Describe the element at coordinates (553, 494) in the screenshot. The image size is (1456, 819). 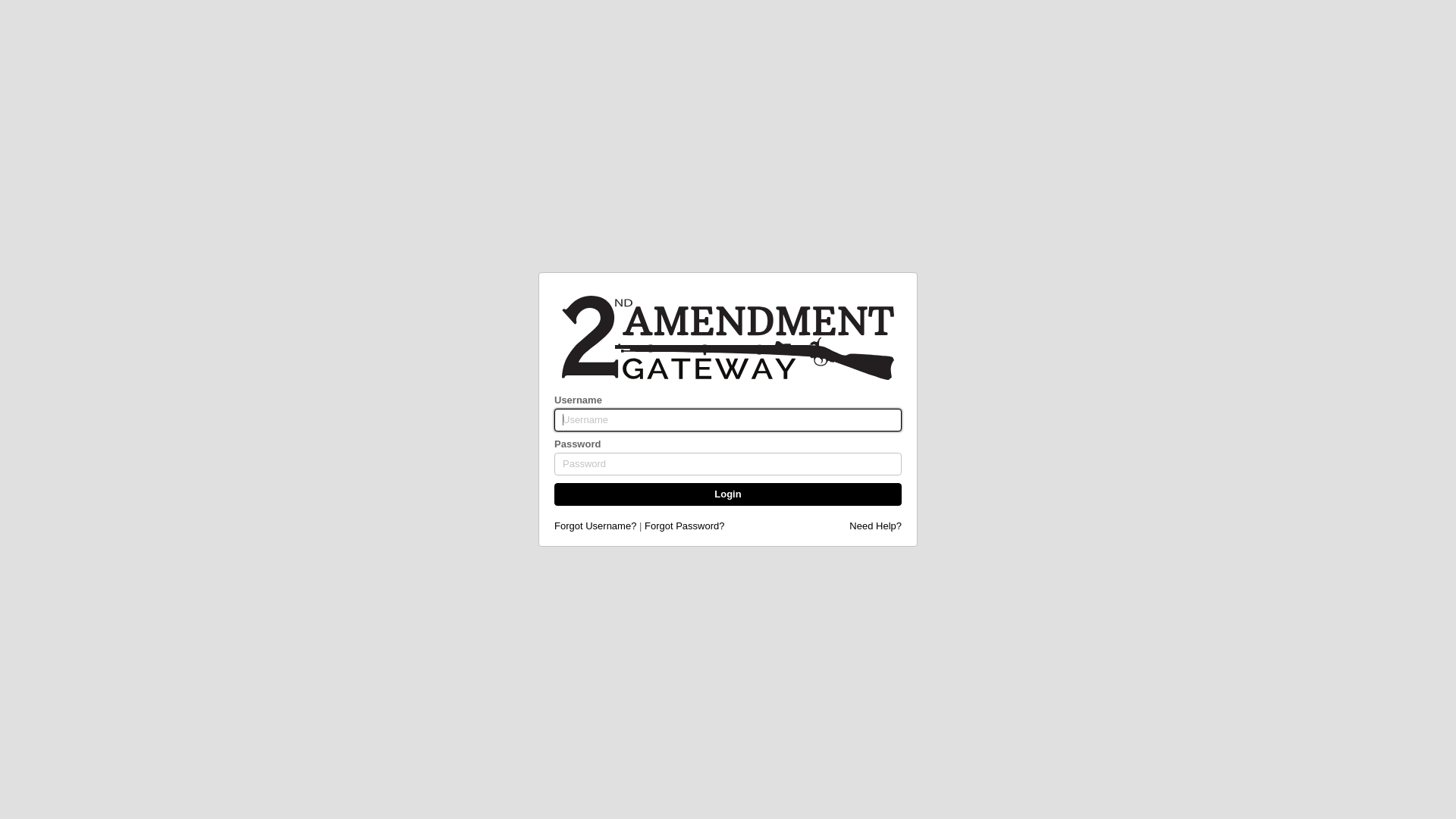
I see `'Login'` at that location.